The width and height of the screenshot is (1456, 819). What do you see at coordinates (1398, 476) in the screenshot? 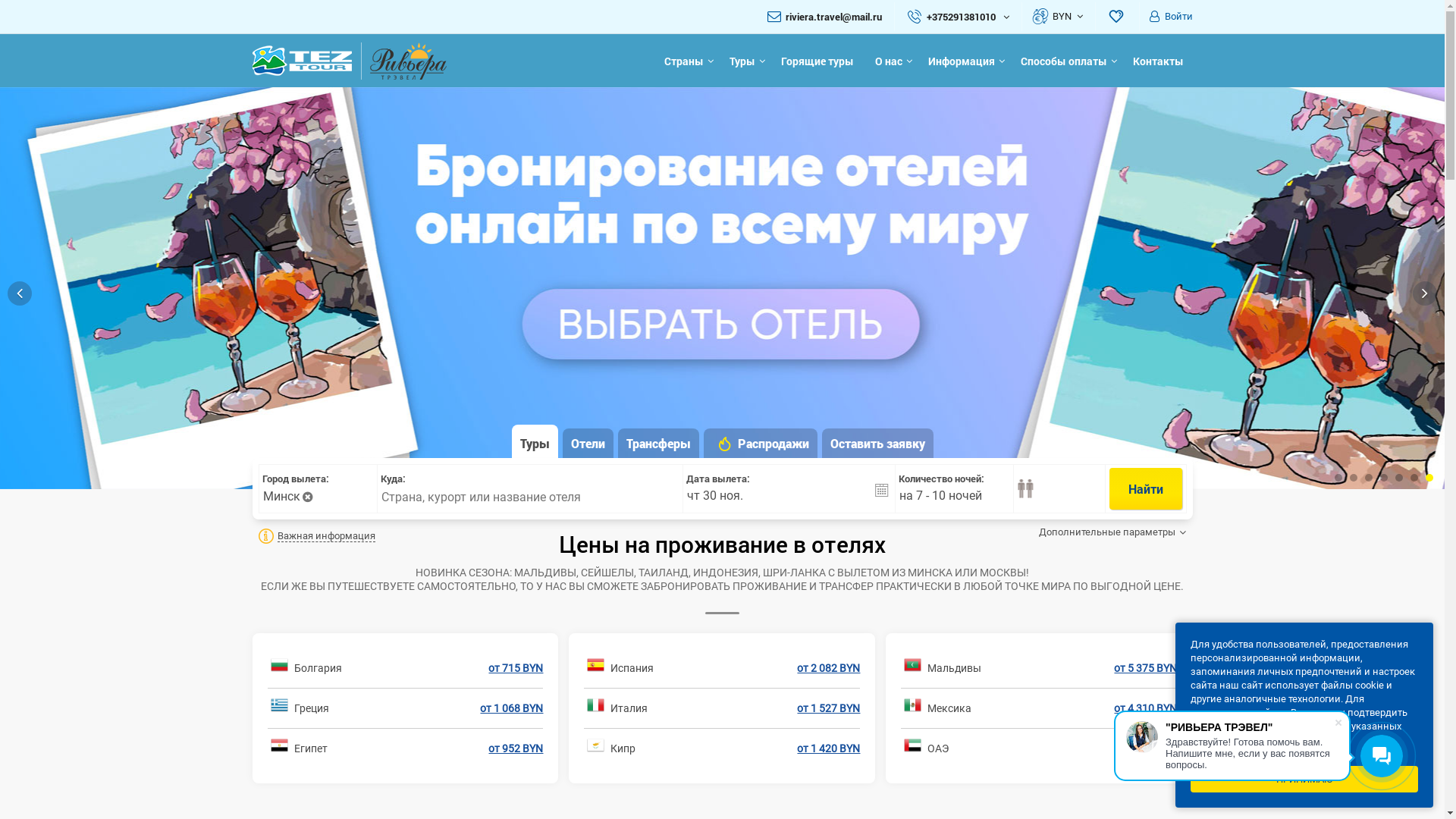
I see `'5'` at bounding box center [1398, 476].